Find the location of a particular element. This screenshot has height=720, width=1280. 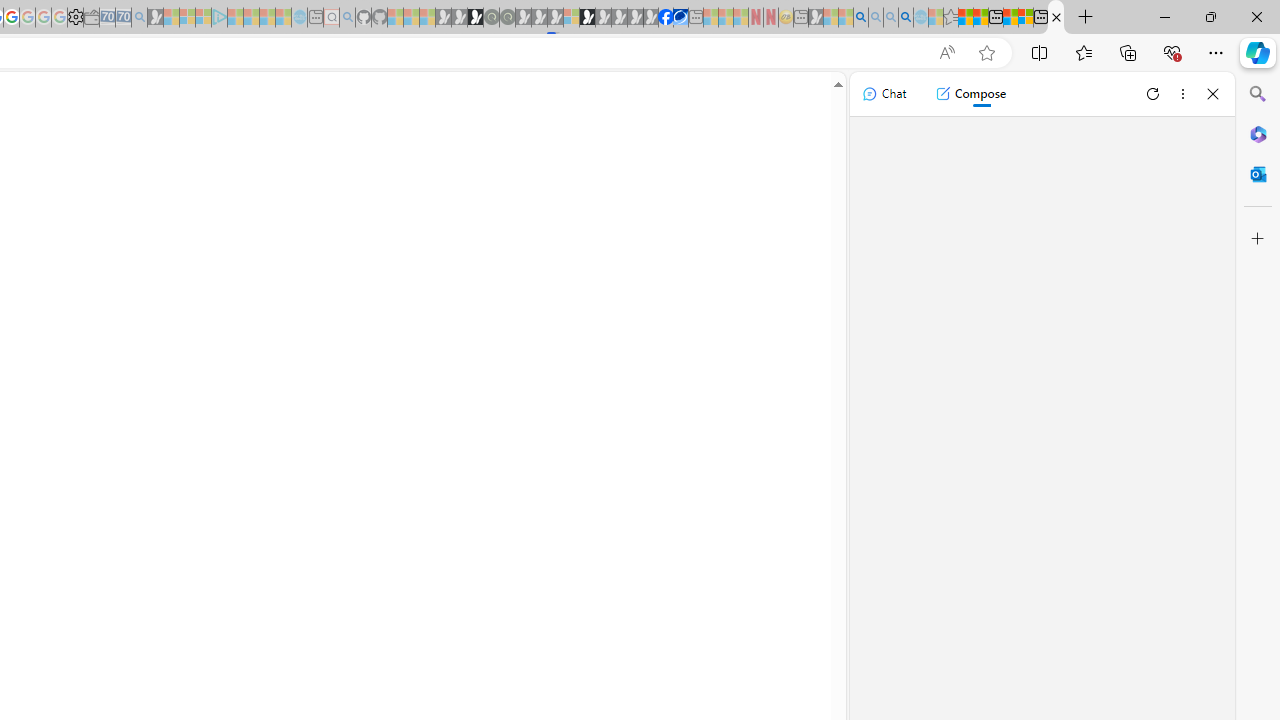

'Bing Real Estate - Home sales and rental listings - Sleeping' is located at coordinates (138, 17).